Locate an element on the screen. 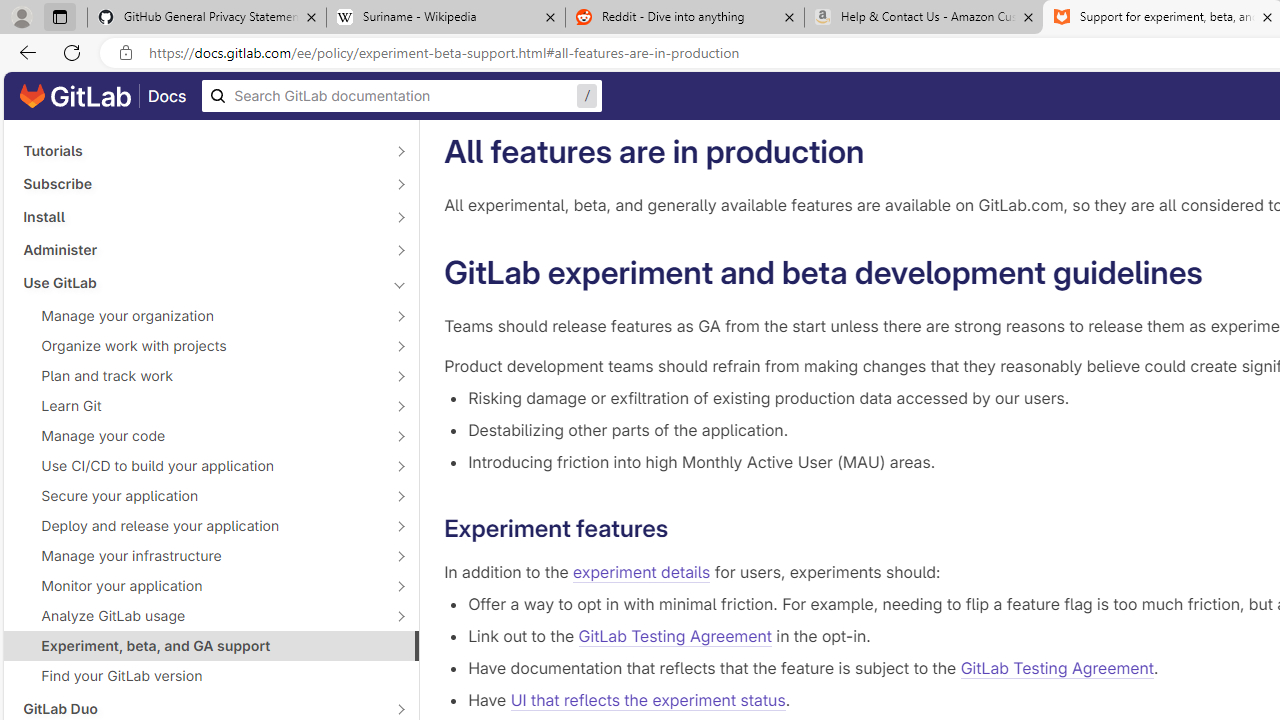 The height and width of the screenshot is (720, 1280). 'Manage your infrastructure' is located at coordinates (200, 555).